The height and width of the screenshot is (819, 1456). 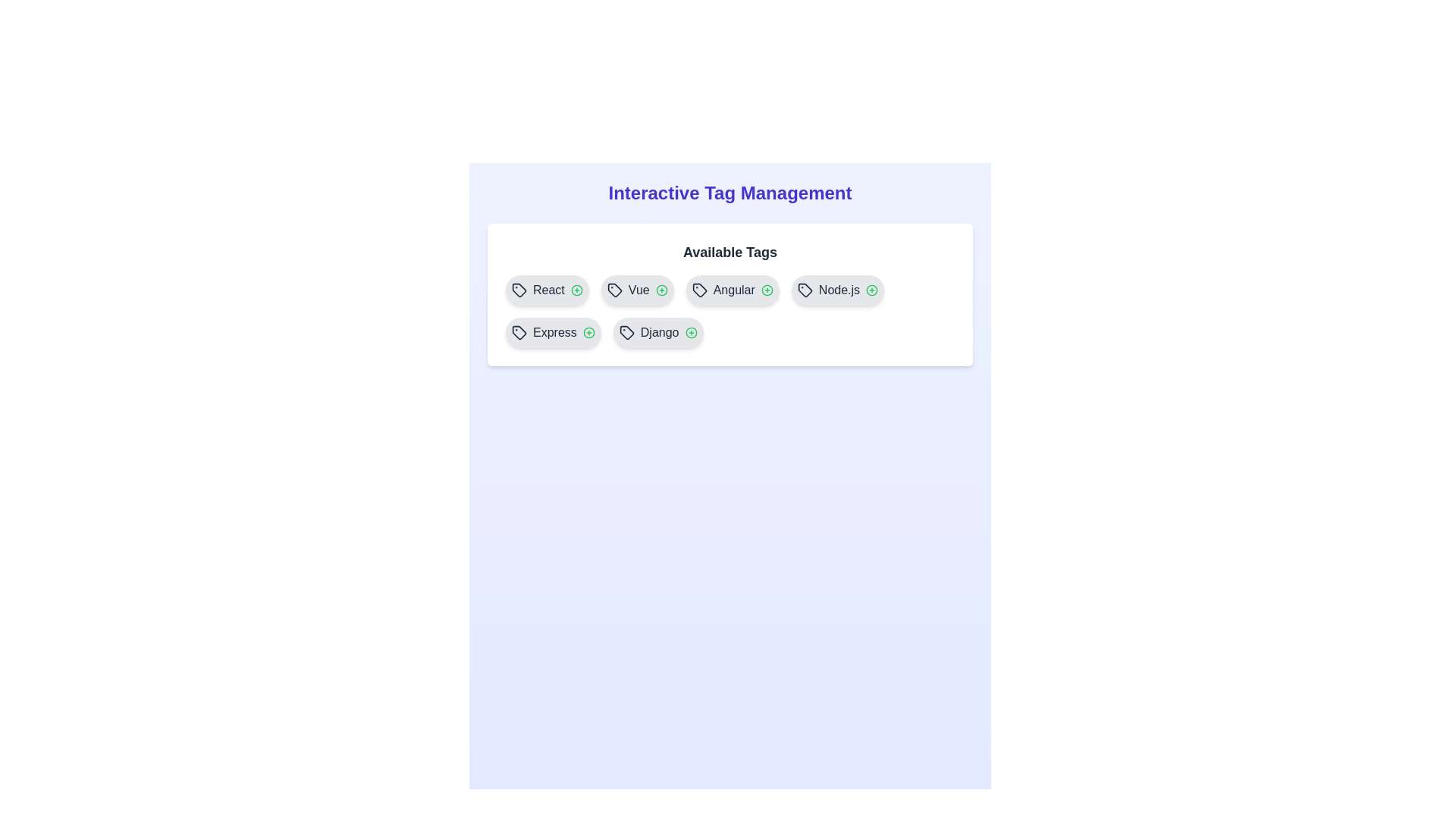 What do you see at coordinates (519, 332) in the screenshot?
I see `the 'Express' tag icon, which is a tag-shaped icon with a small circular detail, located in the first row, second column of the 'Available Tags' section` at bounding box center [519, 332].